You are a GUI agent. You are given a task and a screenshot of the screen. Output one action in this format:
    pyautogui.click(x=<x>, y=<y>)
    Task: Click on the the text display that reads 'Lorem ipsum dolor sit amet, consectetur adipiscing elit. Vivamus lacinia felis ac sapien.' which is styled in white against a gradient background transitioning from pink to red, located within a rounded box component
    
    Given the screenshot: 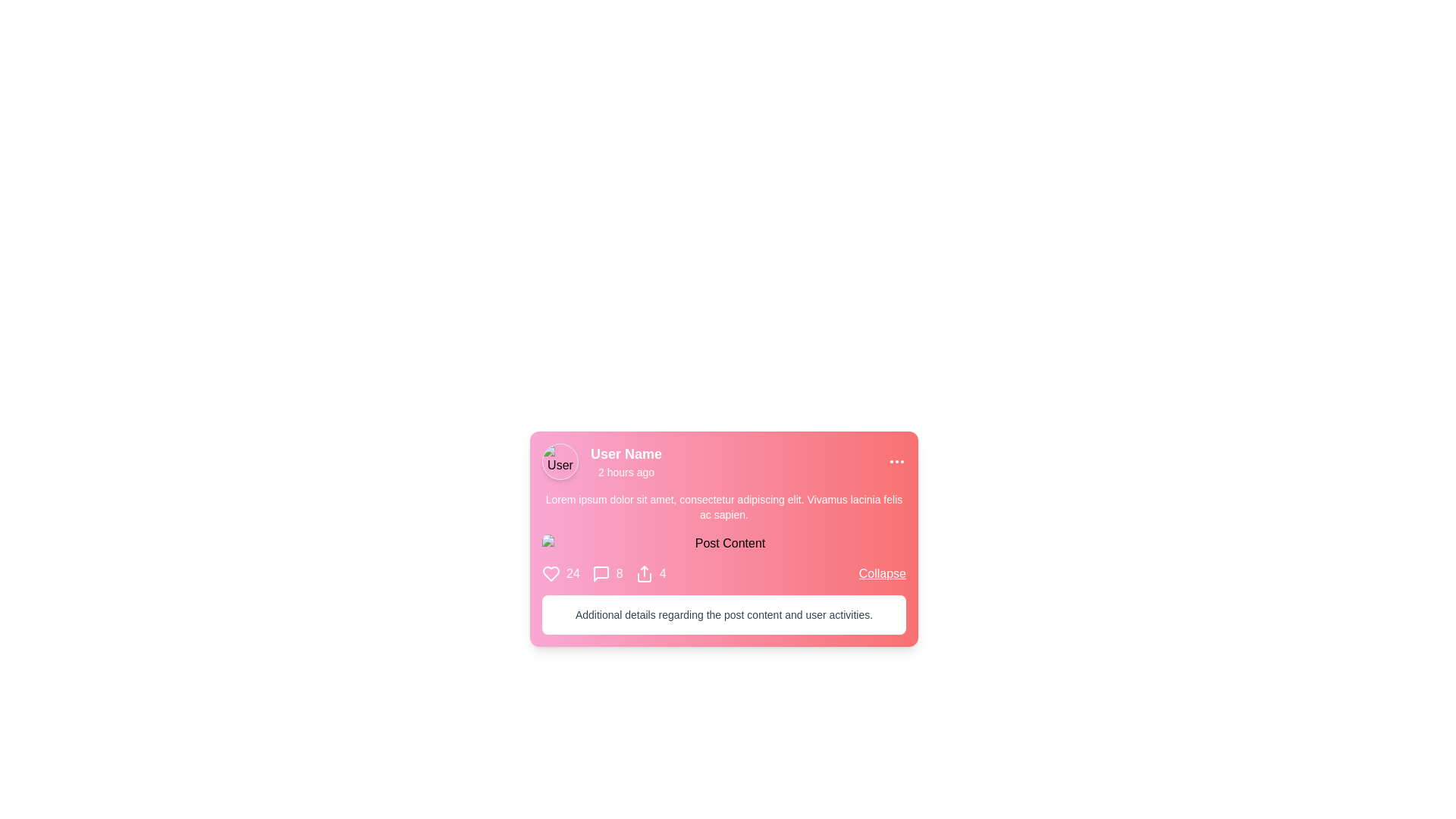 What is the action you would take?
    pyautogui.click(x=723, y=507)
    